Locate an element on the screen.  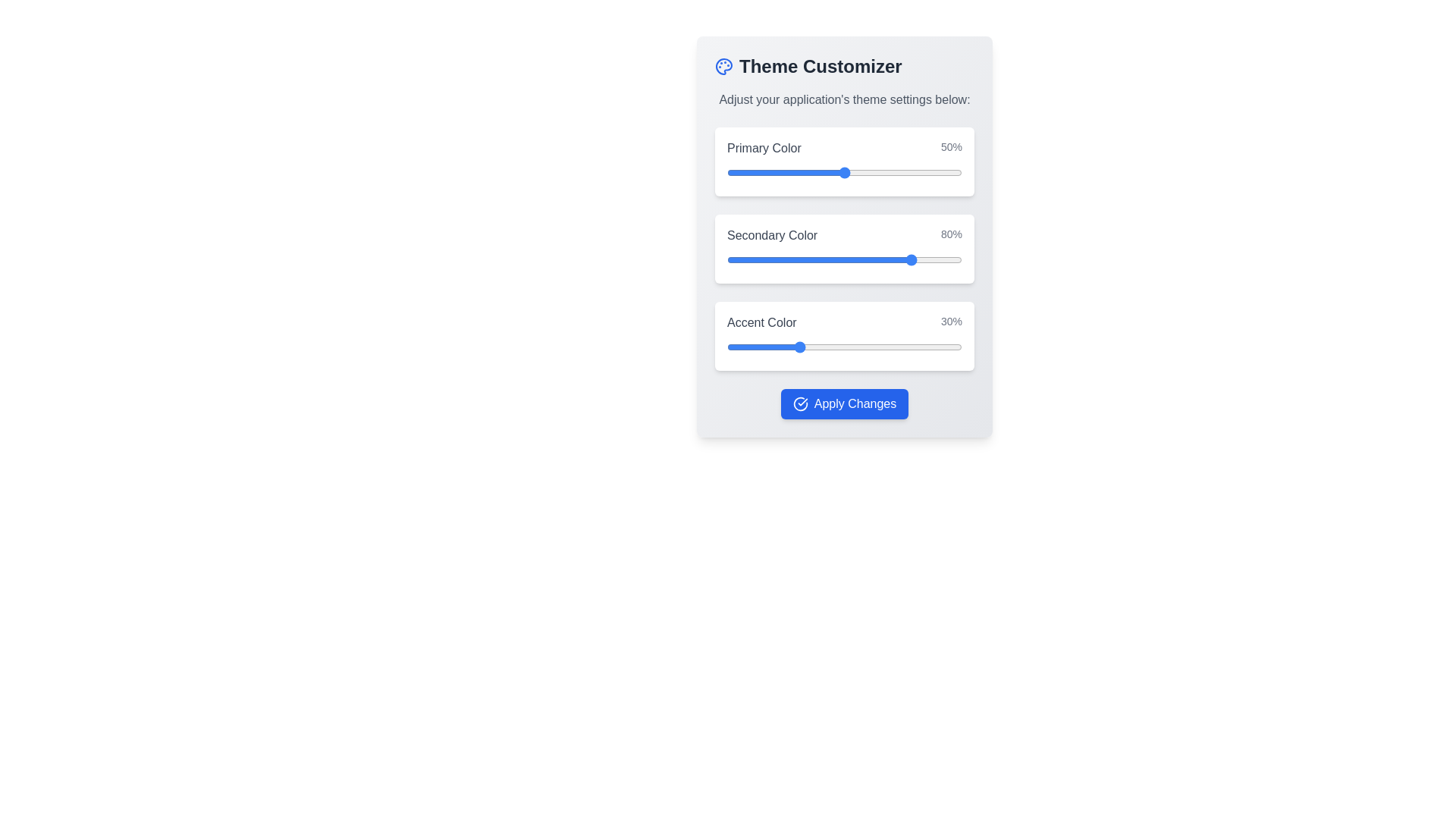
the slider of the 'Secondary Color' range slider with textual support, which displays '80%' and is located between the 'Primary Color' and 'Accent Color' sections in the 'Theme Customizer' is located at coordinates (843, 248).